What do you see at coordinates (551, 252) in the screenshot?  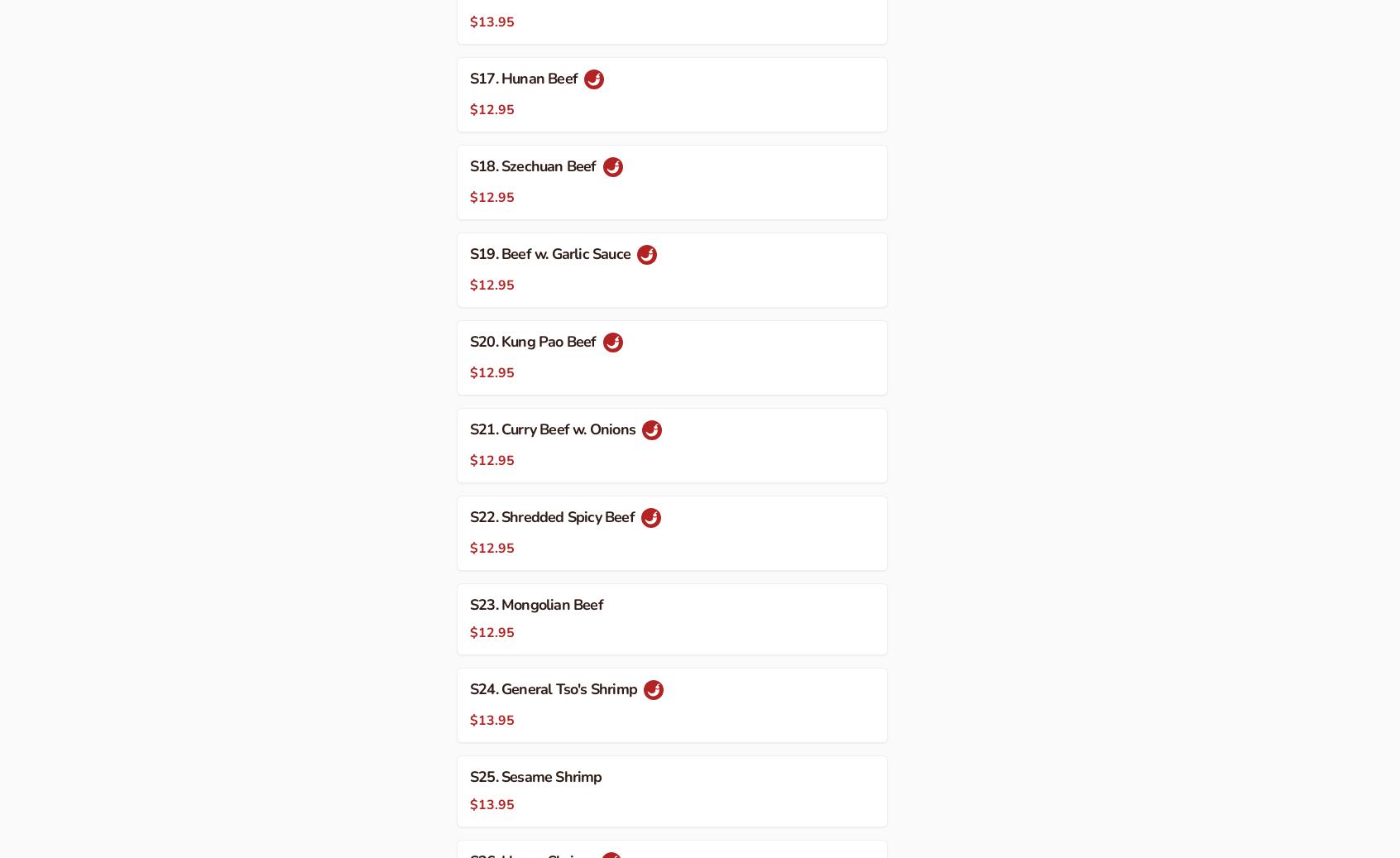 I see `'S19. Beef w. Garlic Sauce'` at bounding box center [551, 252].